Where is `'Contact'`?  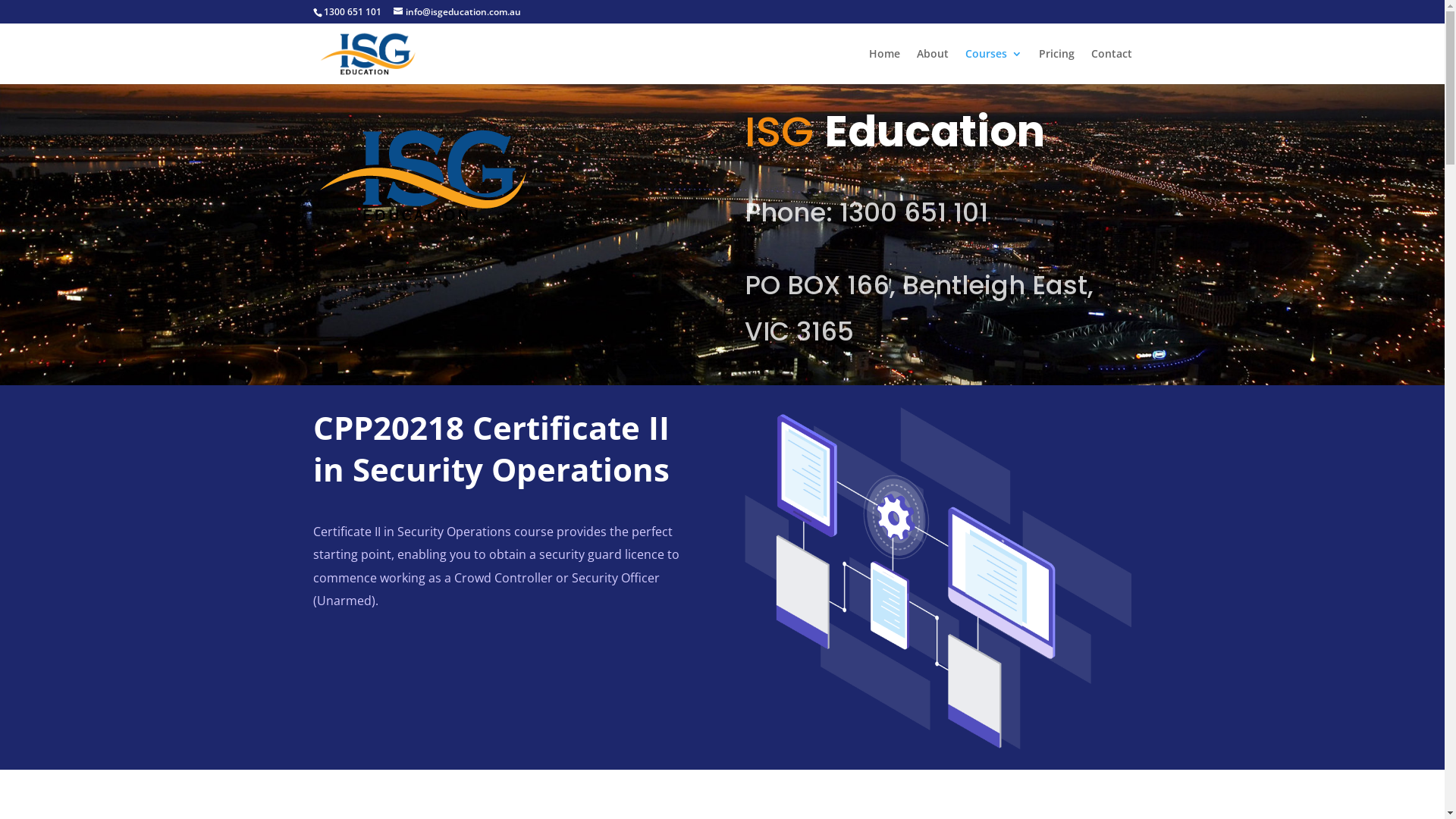 'Contact' is located at coordinates (1110, 65).